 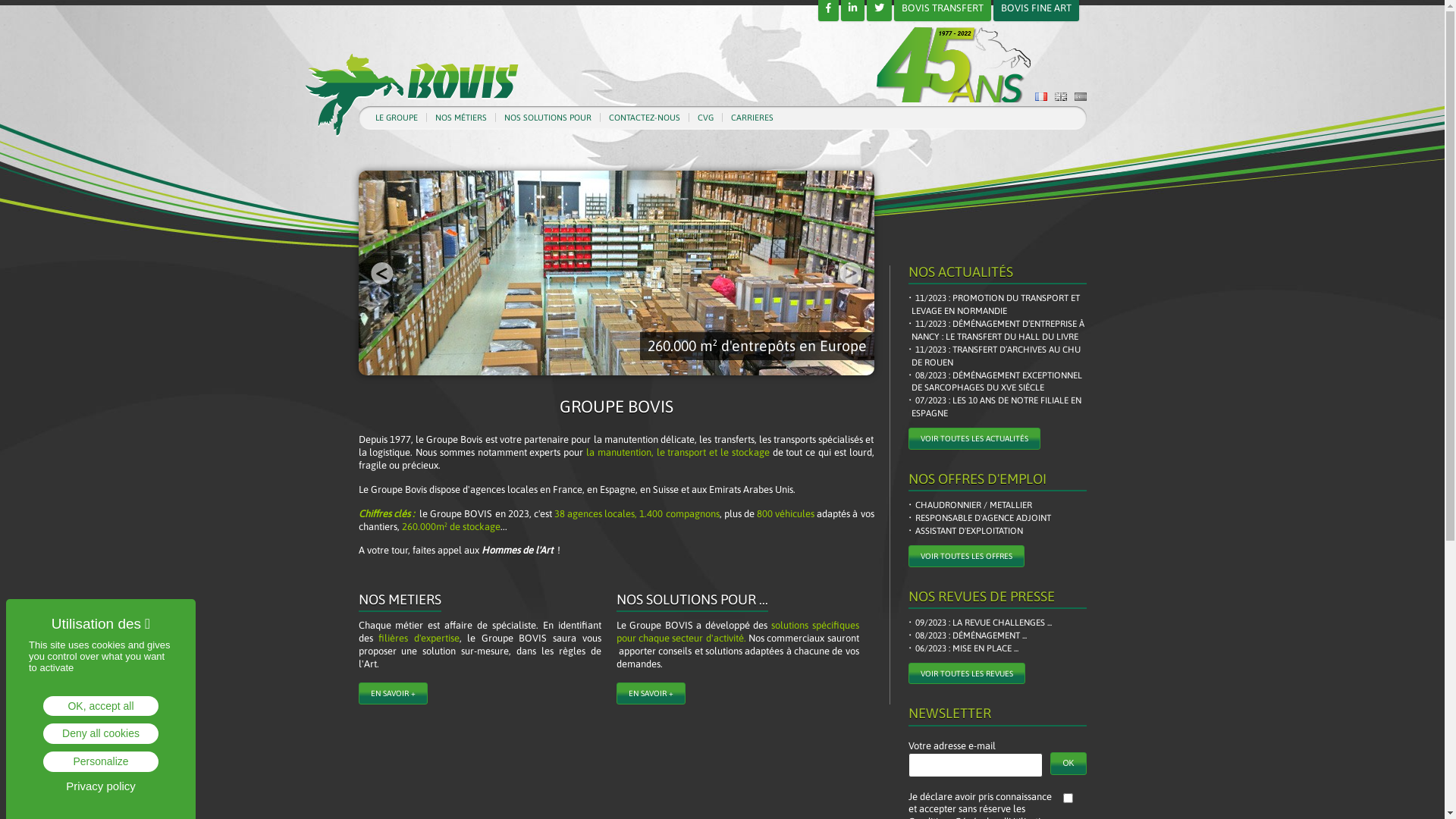 What do you see at coordinates (964, 648) in the screenshot?
I see `'06/2023 : MISE EN PLACE ...'` at bounding box center [964, 648].